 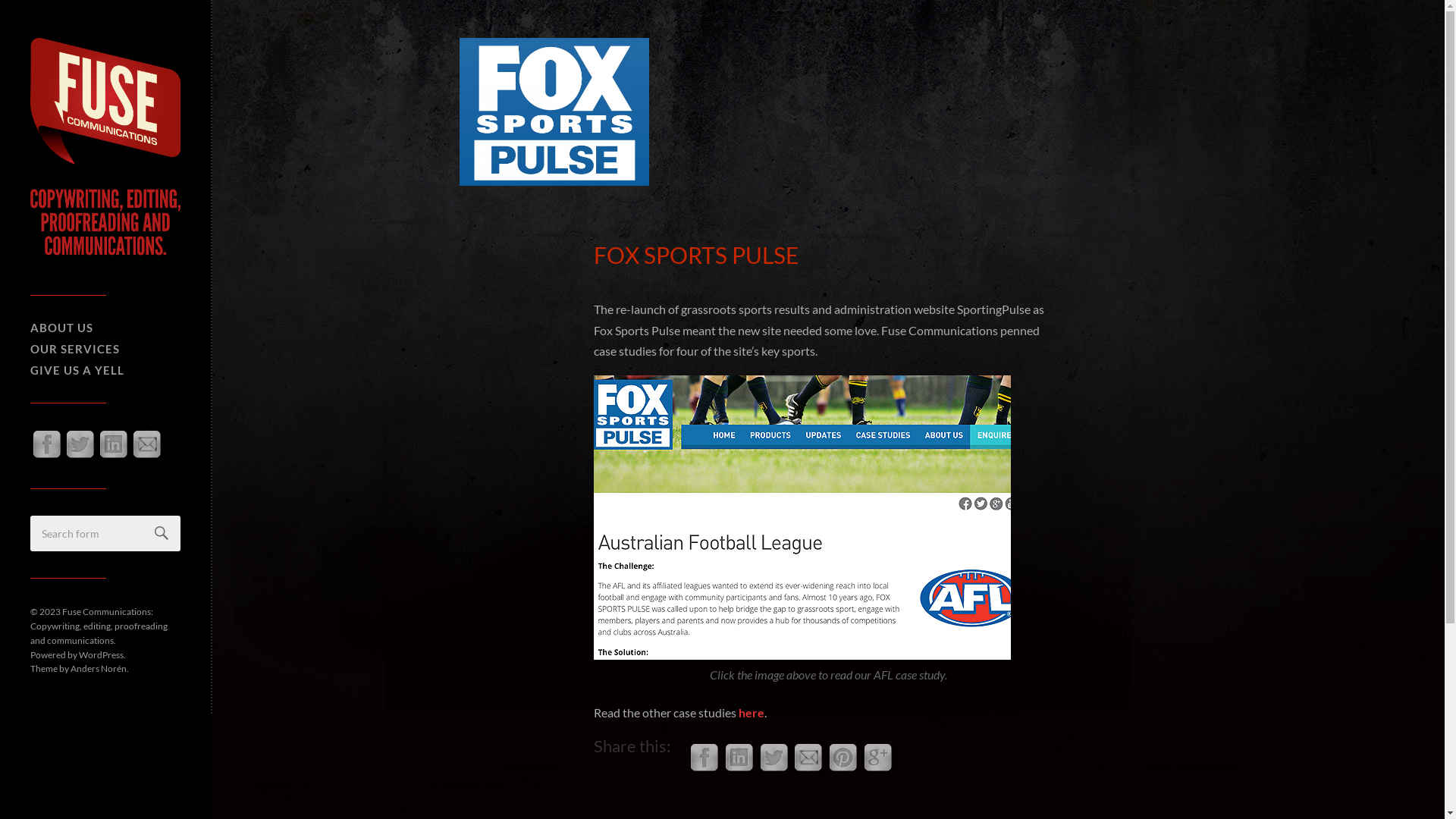 I want to click on 'here', so click(x=751, y=712).